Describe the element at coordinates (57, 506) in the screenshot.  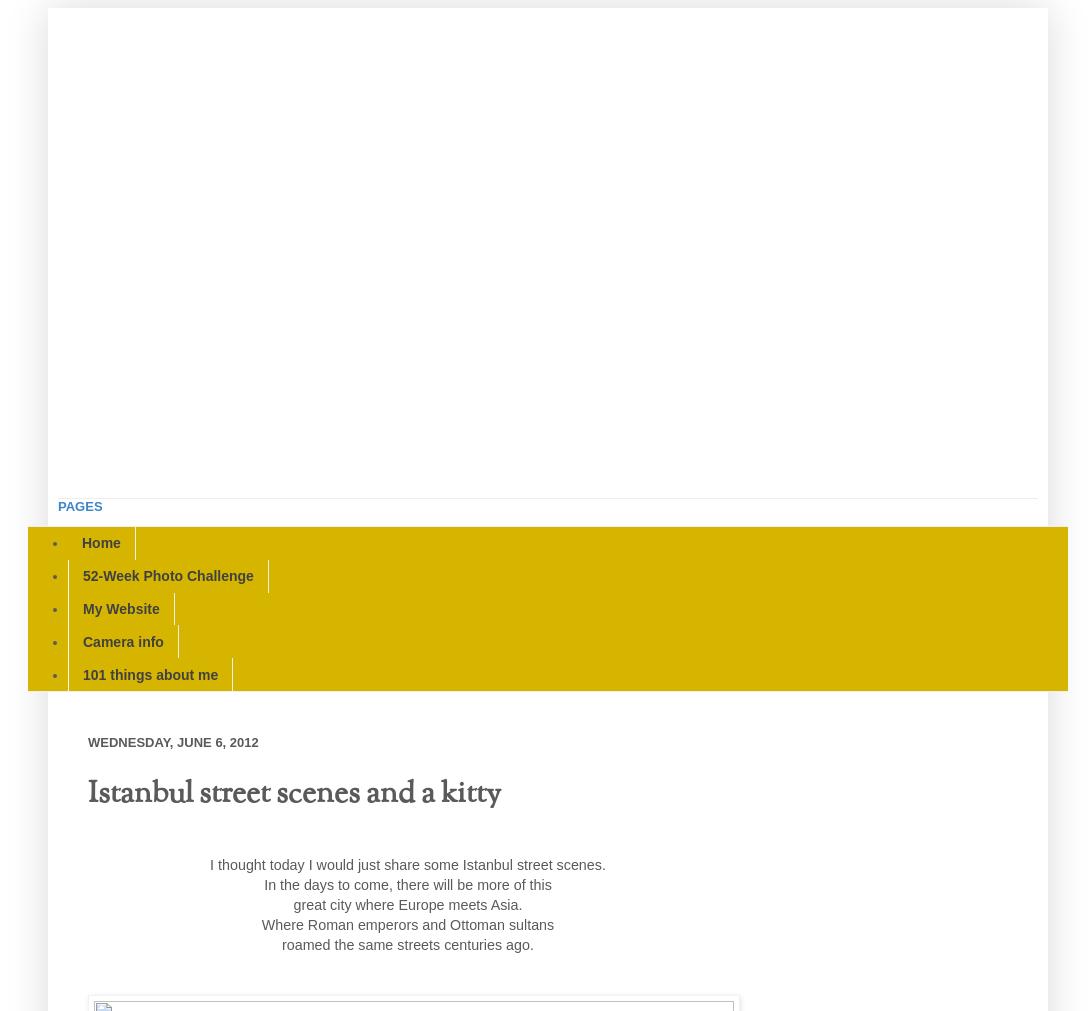
I see `'Pages'` at that location.